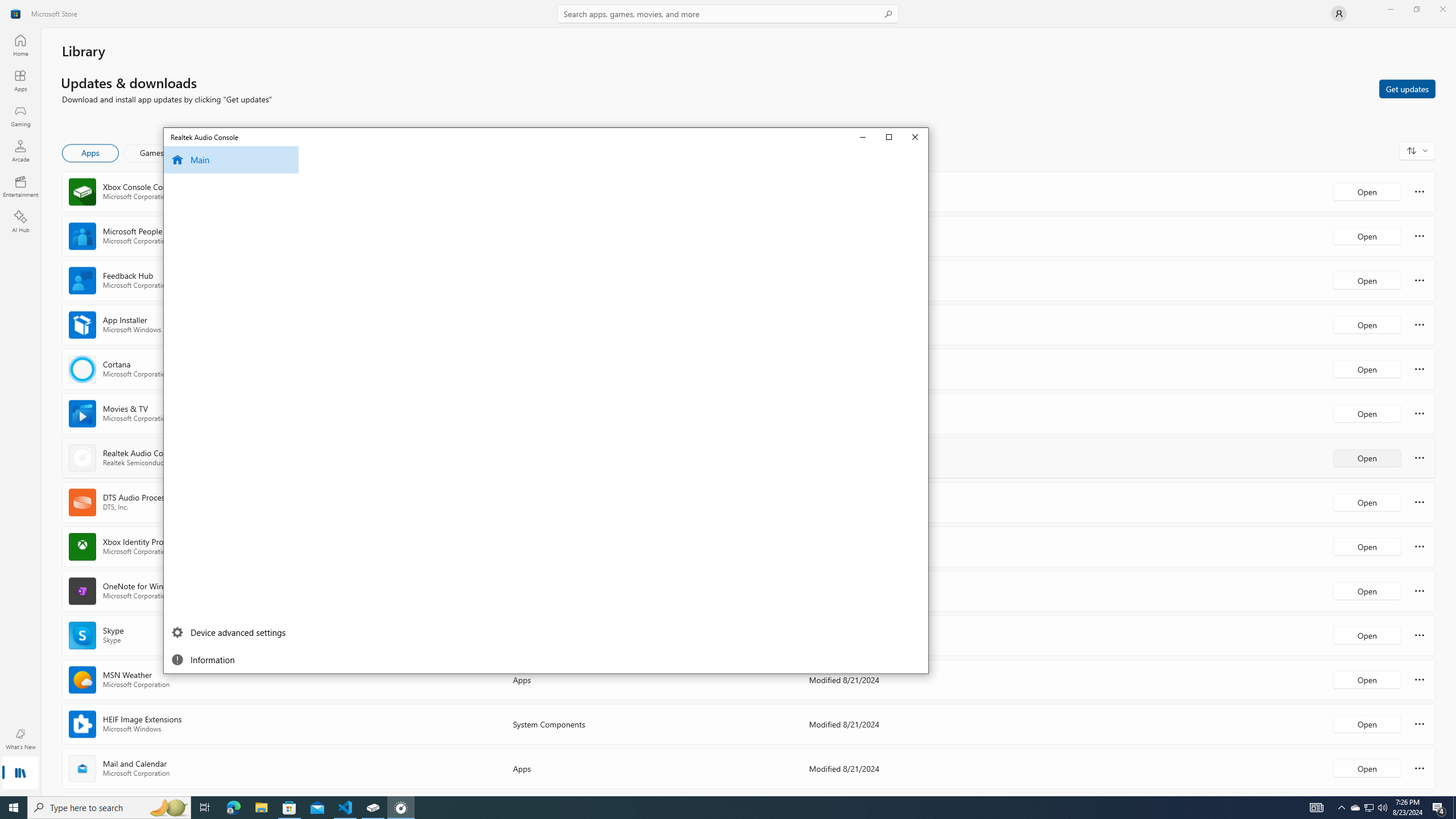  What do you see at coordinates (167, 806) in the screenshot?
I see `'Search highlights icon opens search home window'` at bounding box center [167, 806].